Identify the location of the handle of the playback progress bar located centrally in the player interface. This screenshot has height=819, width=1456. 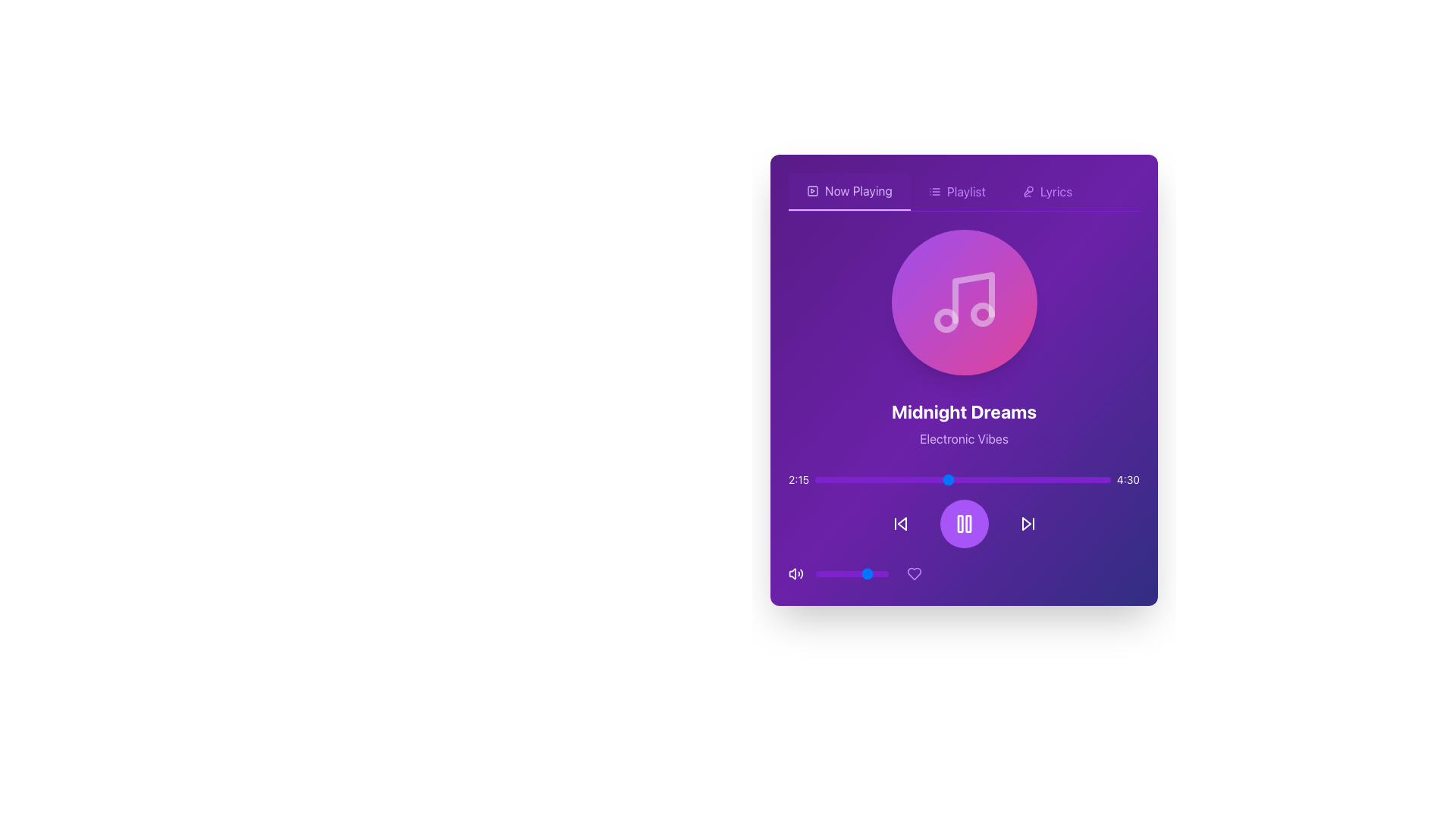
(963, 479).